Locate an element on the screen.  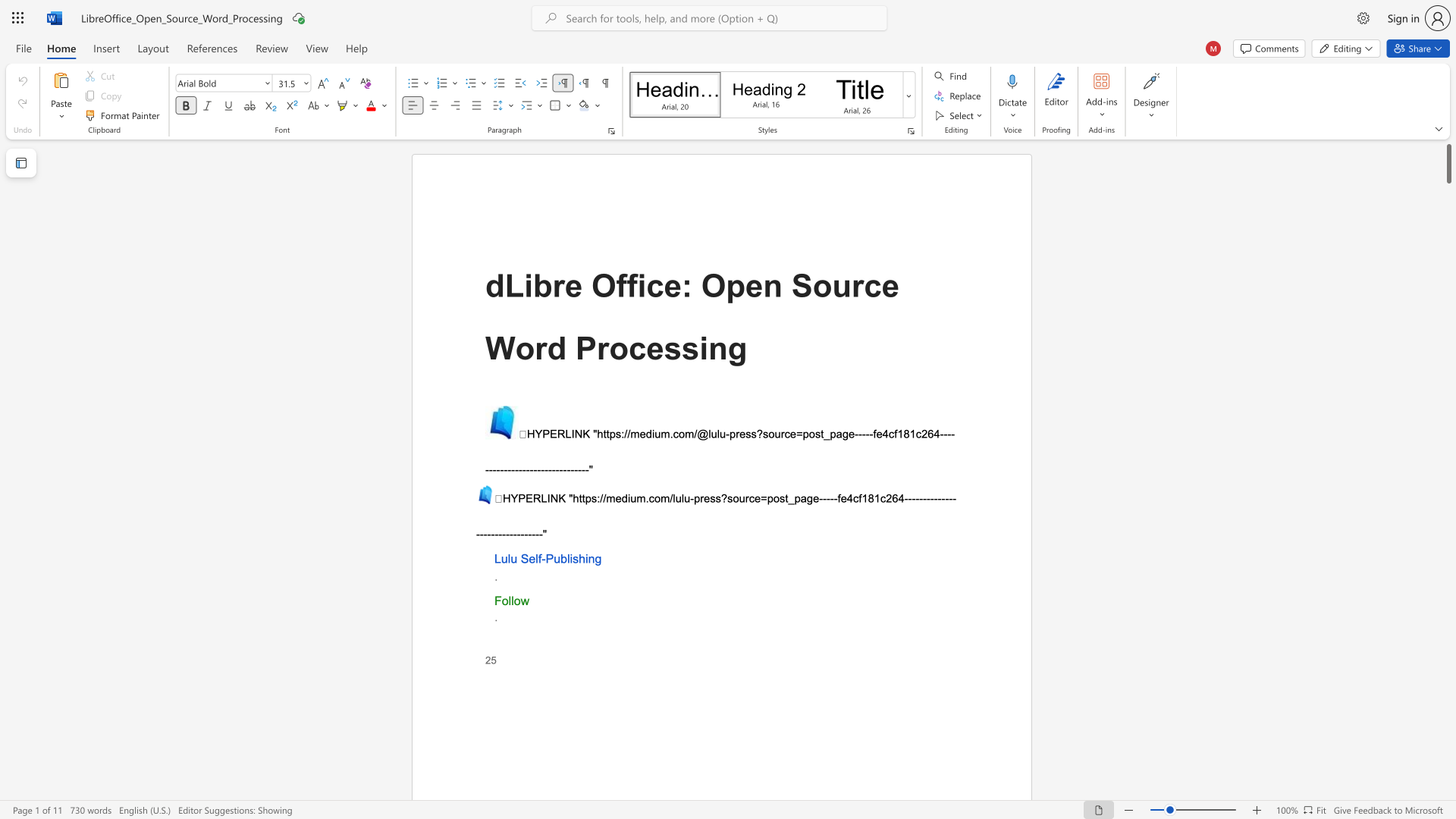
the scrollbar on the right to move the page downward is located at coordinates (1448, 485).